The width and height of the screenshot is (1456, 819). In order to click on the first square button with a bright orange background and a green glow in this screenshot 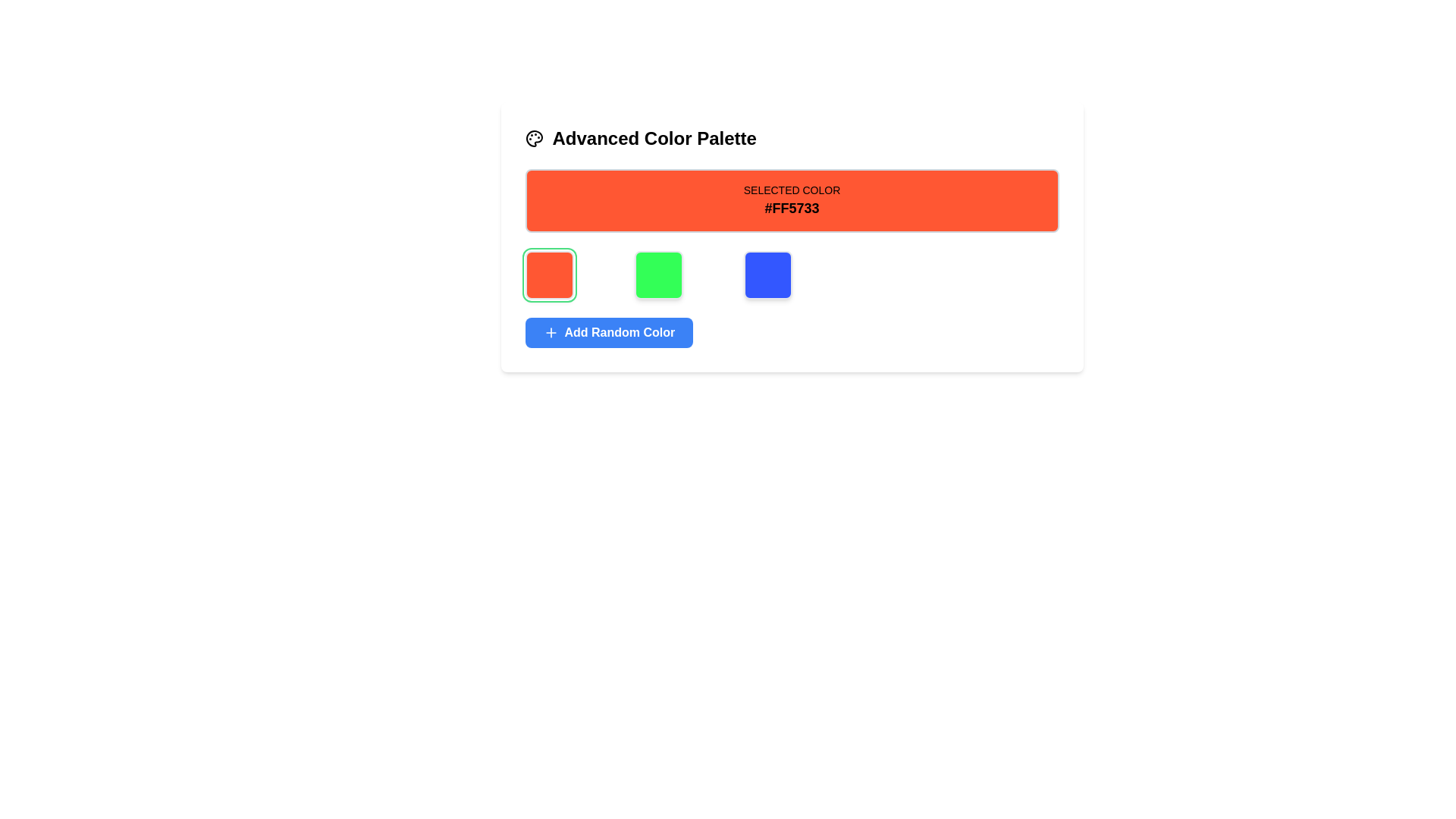, I will do `click(548, 275)`.